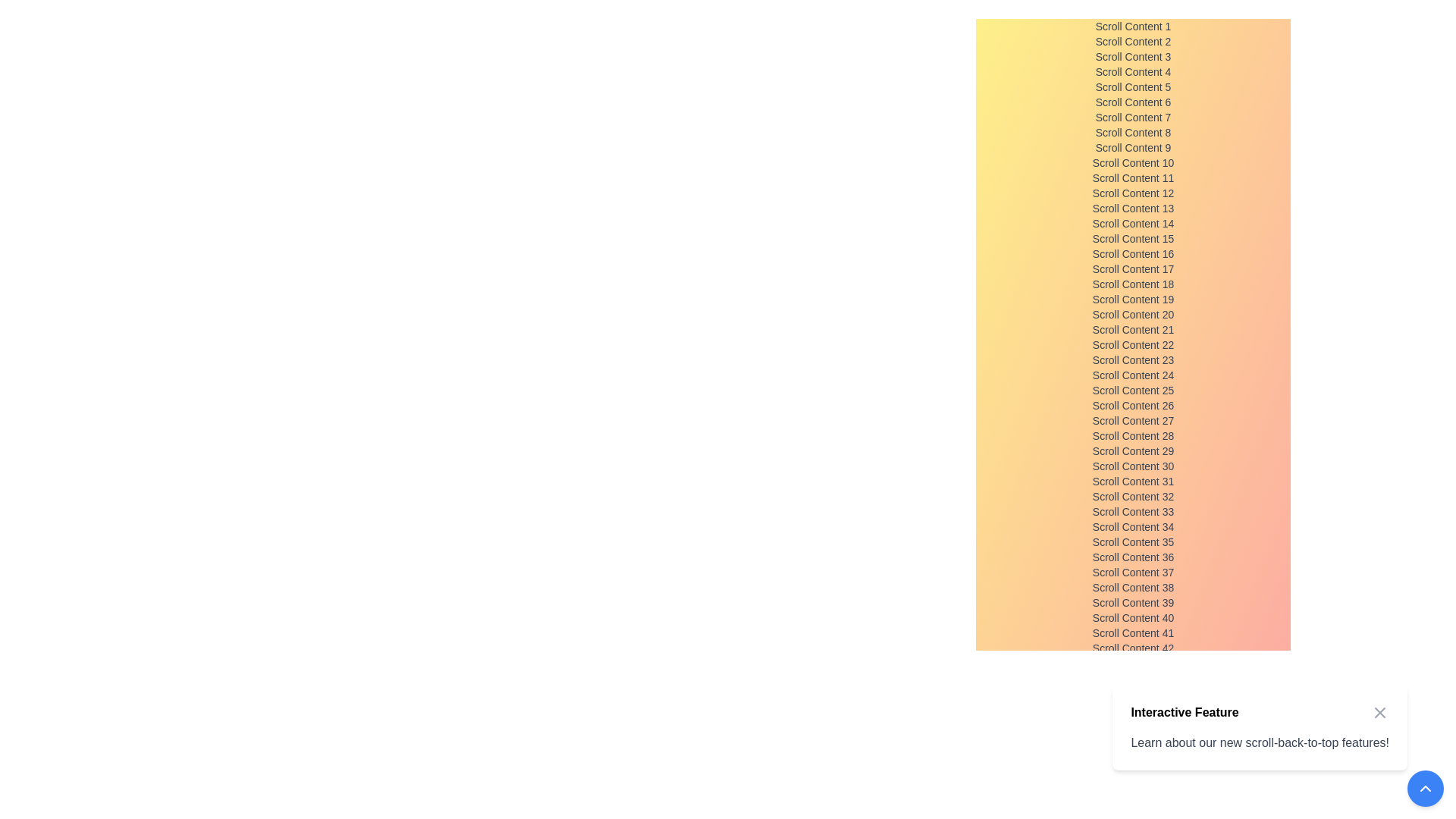 The height and width of the screenshot is (819, 1456). What do you see at coordinates (1425, 788) in the screenshot?
I see `the small circular button with a blue background and a white upwards-pointing icon located at the bottom-right corner of the layout to potentially view a tooltip or visual feedback` at bounding box center [1425, 788].